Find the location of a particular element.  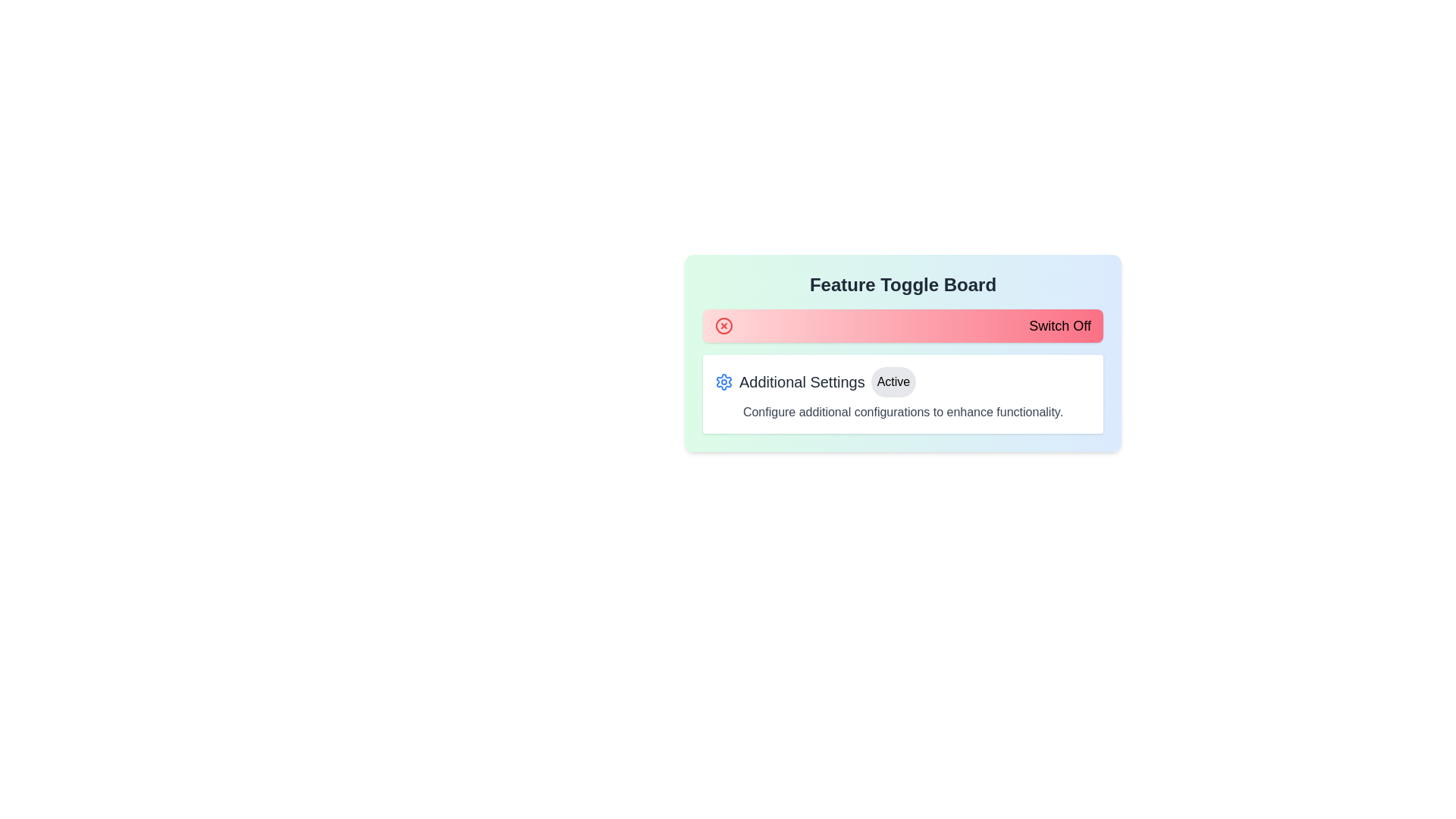

the button located in the 'Additional Settings' section of the 'Feature Toggle Board' is located at coordinates (893, 381).